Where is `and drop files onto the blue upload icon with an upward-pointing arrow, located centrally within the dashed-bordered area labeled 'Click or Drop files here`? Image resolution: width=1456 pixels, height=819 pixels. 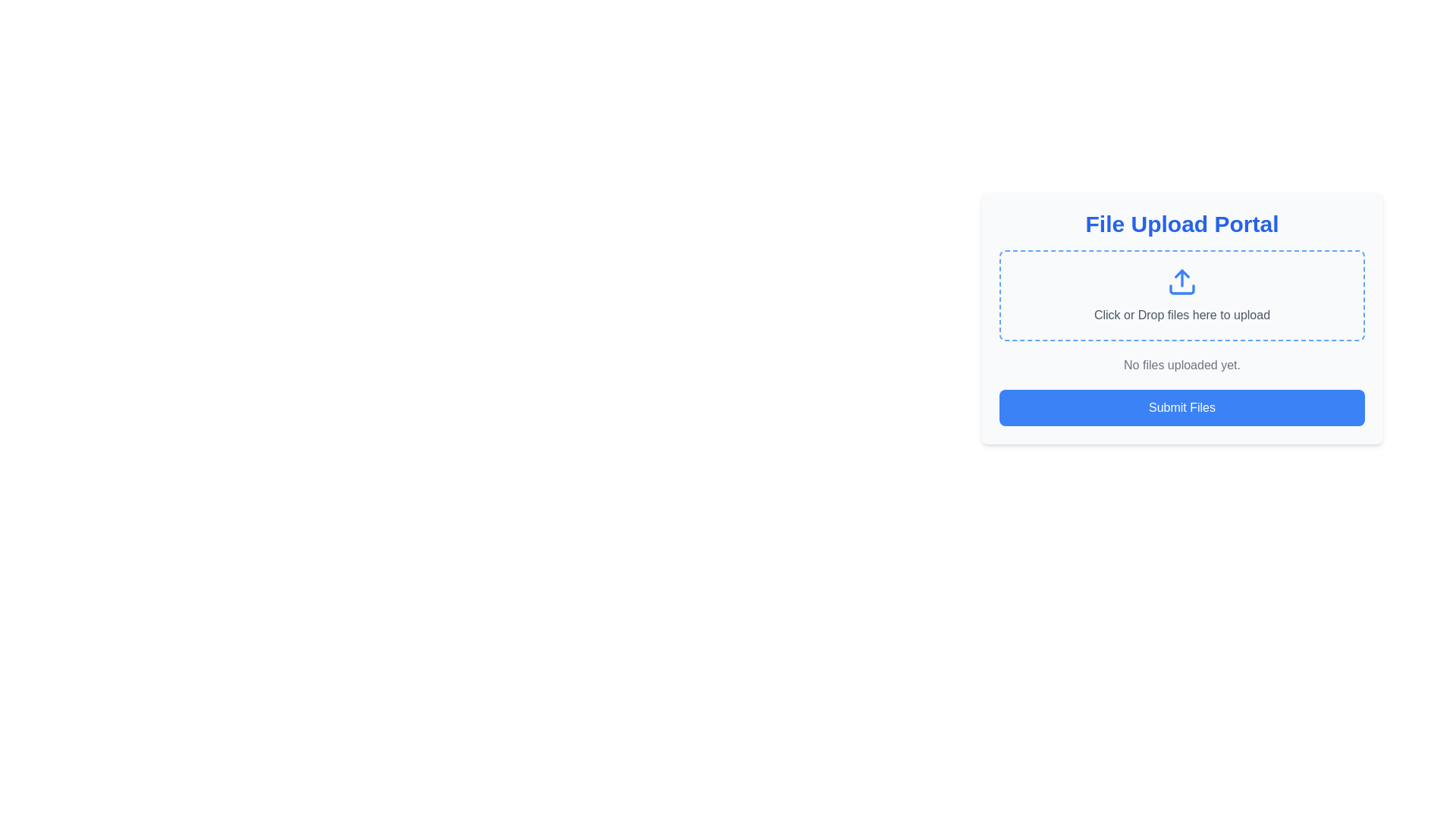
and drop files onto the blue upload icon with an upward-pointing arrow, located centrally within the dashed-bordered area labeled 'Click or Drop files here is located at coordinates (1181, 281).